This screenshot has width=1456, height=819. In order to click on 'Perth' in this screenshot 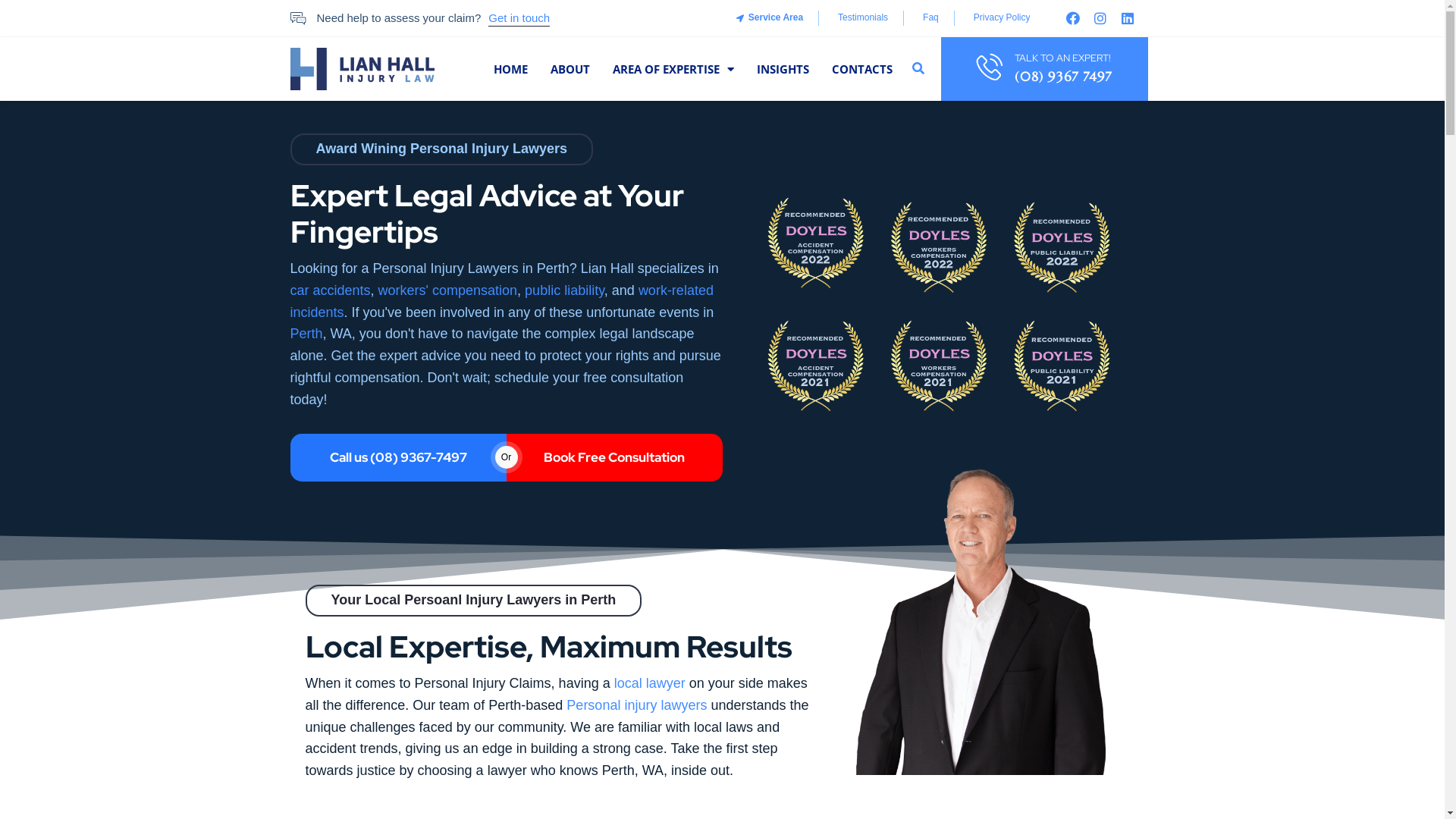, I will do `click(305, 332)`.